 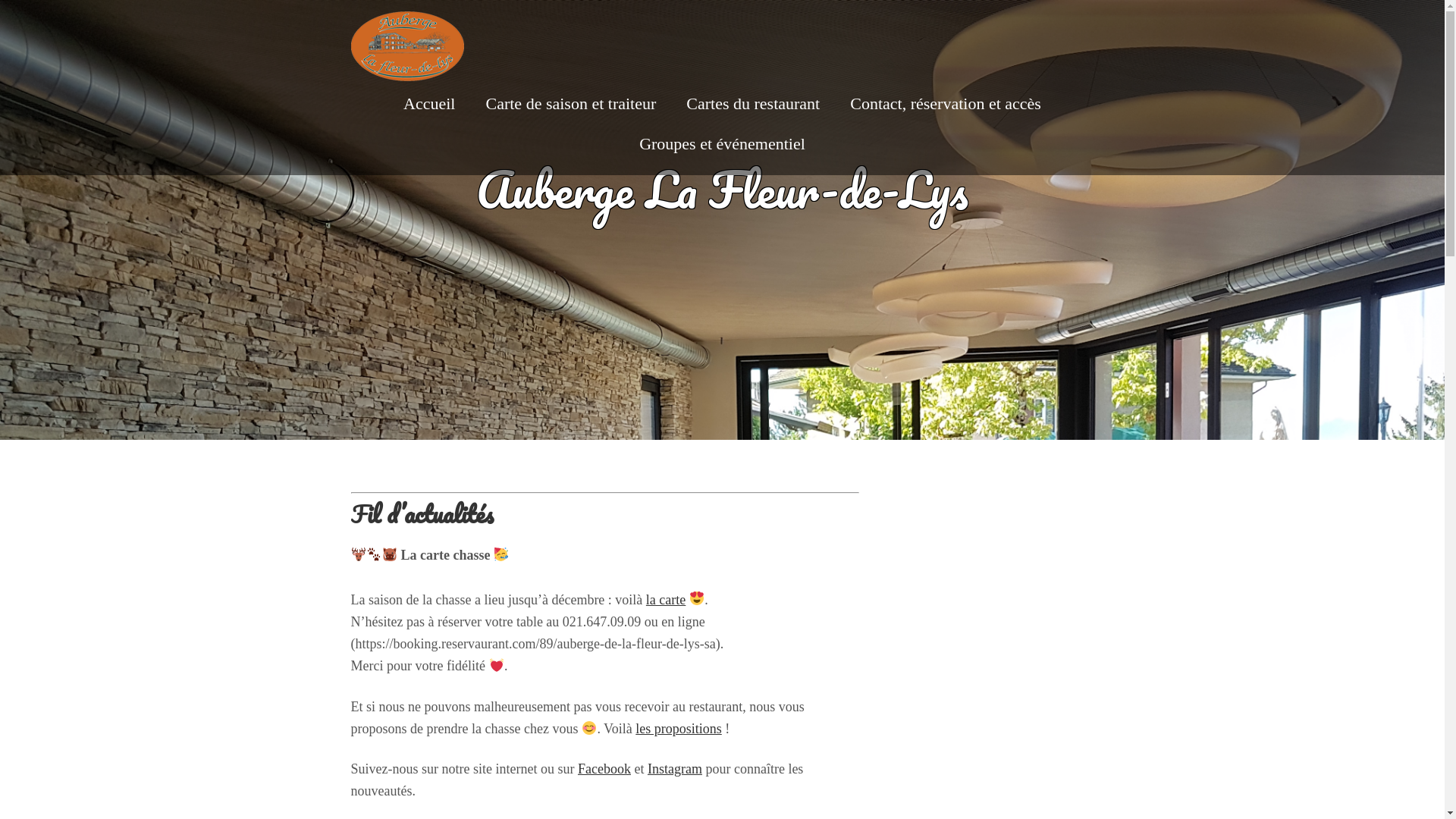 What do you see at coordinates (677, 727) in the screenshot?
I see `'les propositions'` at bounding box center [677, 727].